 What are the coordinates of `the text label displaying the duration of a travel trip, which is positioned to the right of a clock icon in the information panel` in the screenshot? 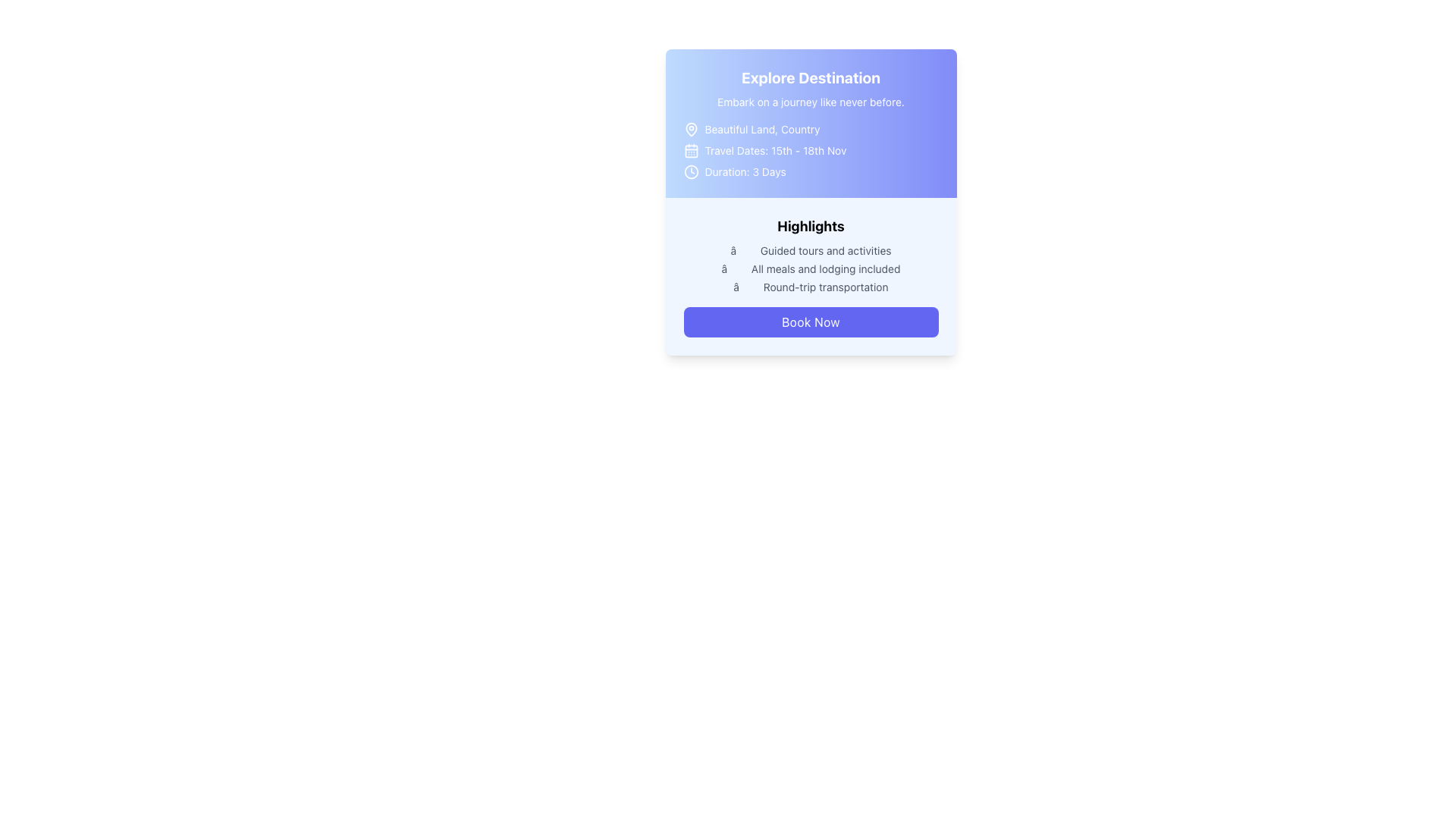 It's located at (745, 171).